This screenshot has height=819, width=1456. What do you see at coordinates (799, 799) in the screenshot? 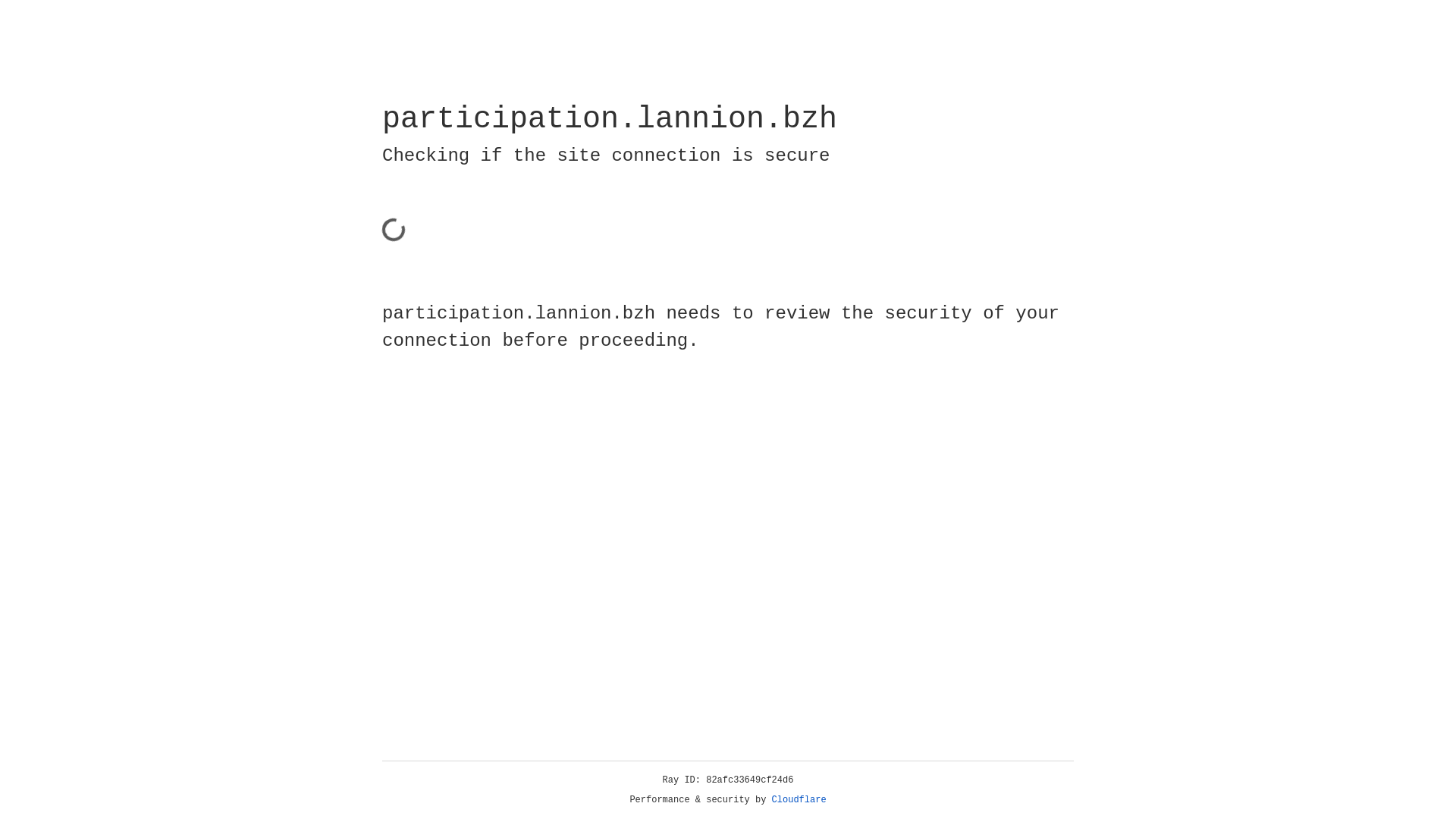
I see `'Cloudflare'` at bounding box center [799, 799].